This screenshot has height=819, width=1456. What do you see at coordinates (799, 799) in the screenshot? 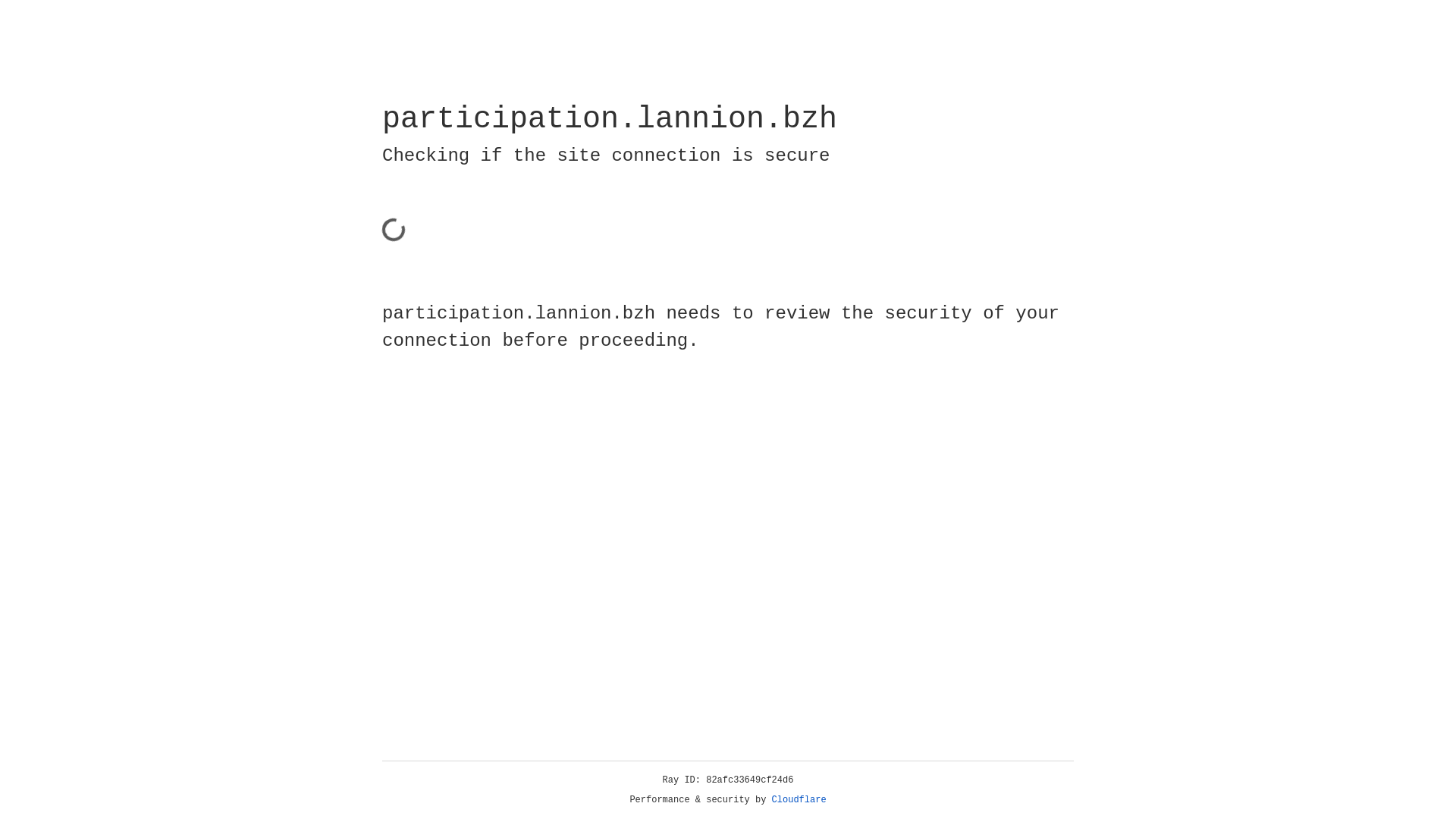
I see `'Cloudflare'` at bounding box center [799, 799].